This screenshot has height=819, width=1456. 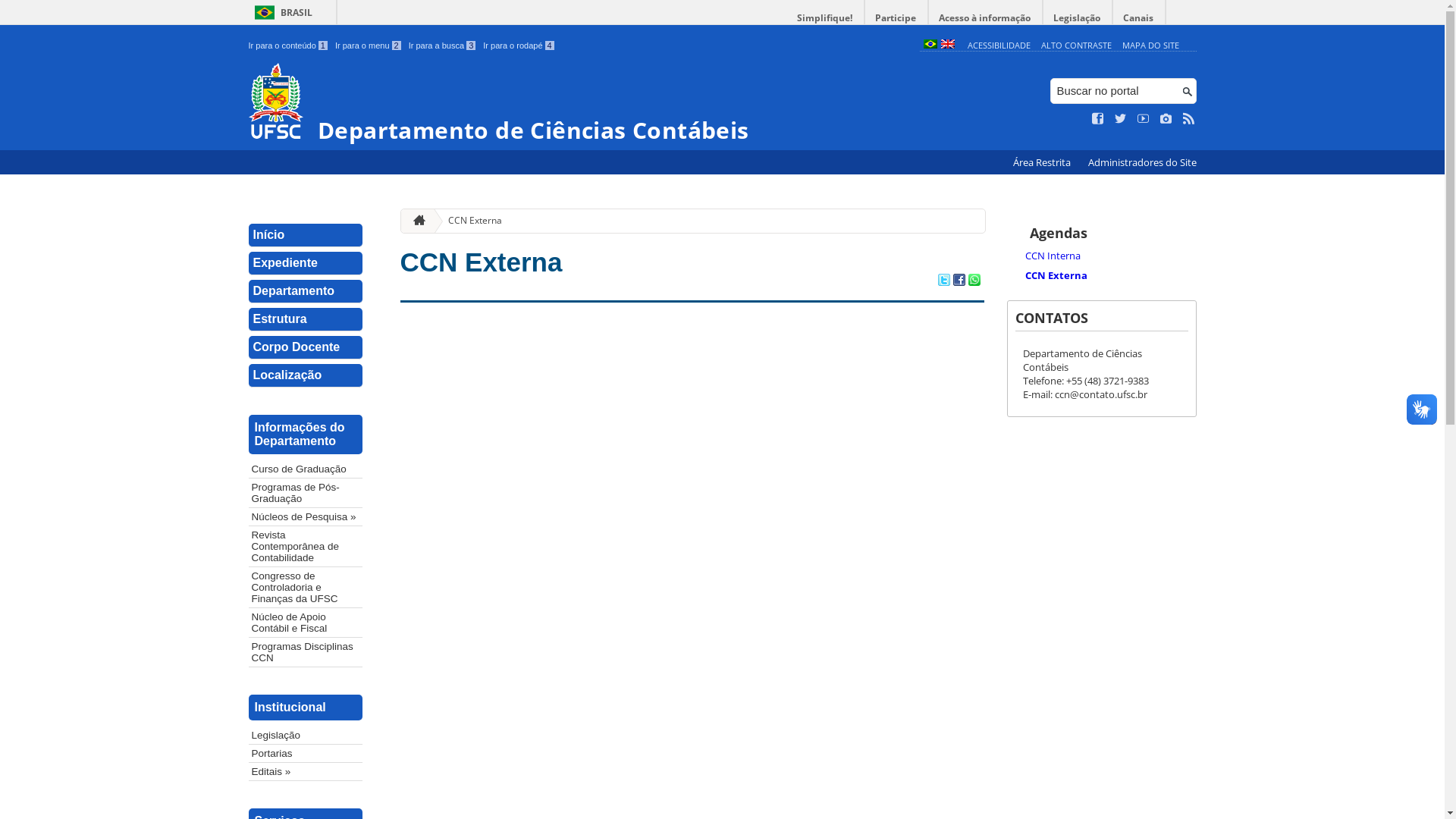 What do you see at coordinates (305, 651) in the screenshot?
I see `'Programas Disciplinas CCN'` at bounding box center [305, 651].